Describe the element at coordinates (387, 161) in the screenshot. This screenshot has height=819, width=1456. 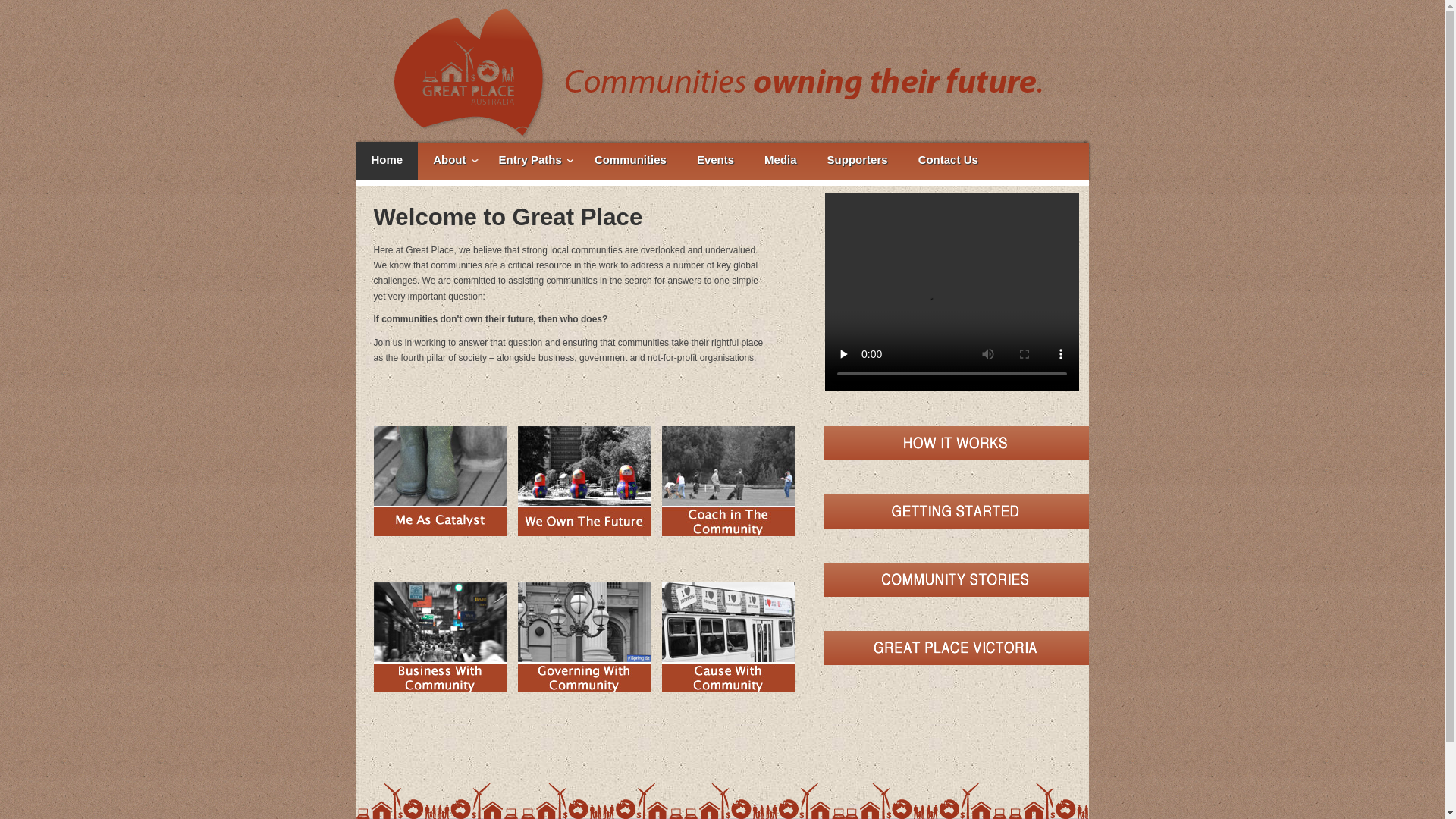
I see `'Home'` at that location.